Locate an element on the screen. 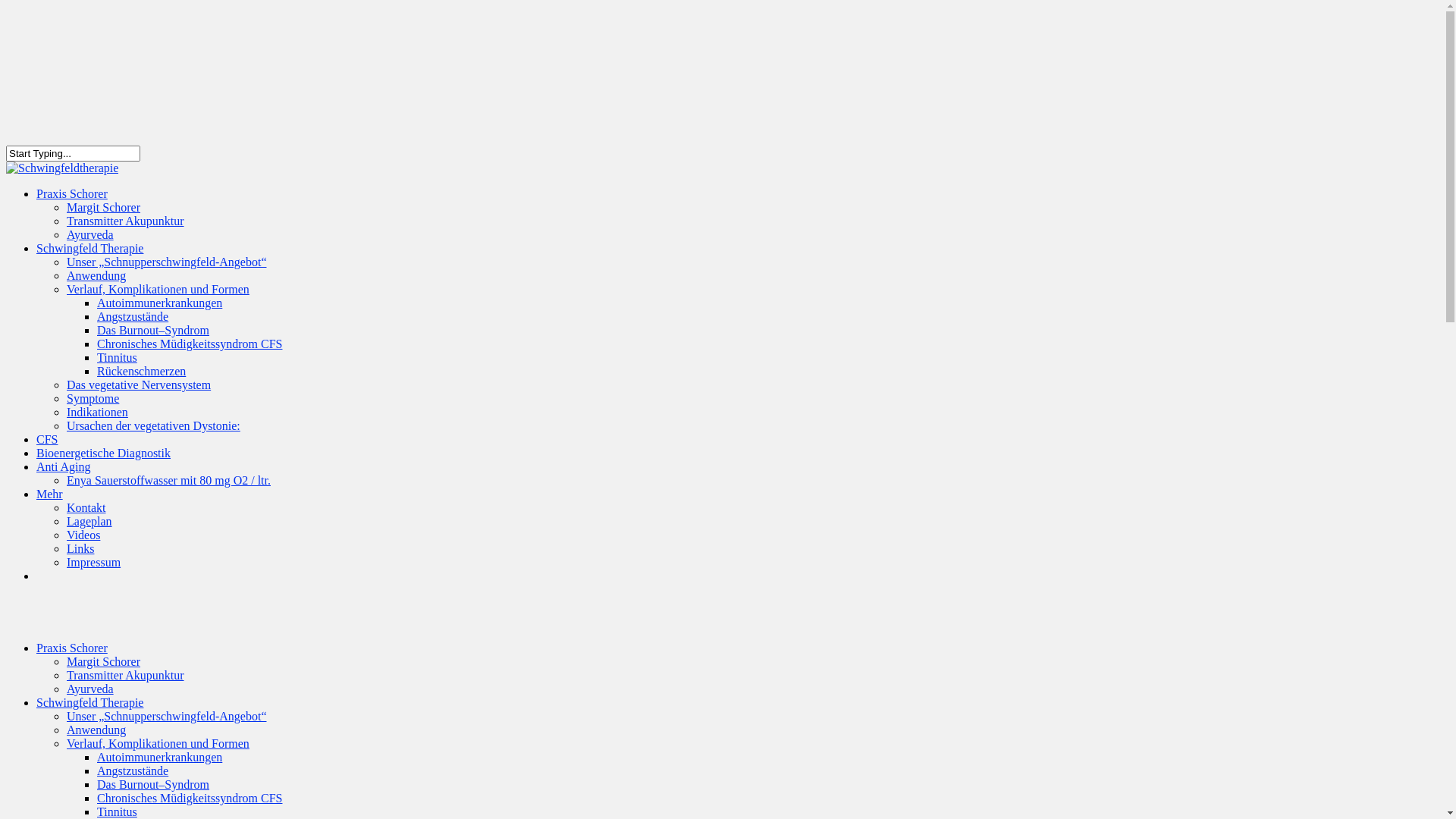 Image resolution: width=1456 pixels, height=819 pixels. 'Verlauf, Komplikationen und Formen' is located at coordinates (158, 742).